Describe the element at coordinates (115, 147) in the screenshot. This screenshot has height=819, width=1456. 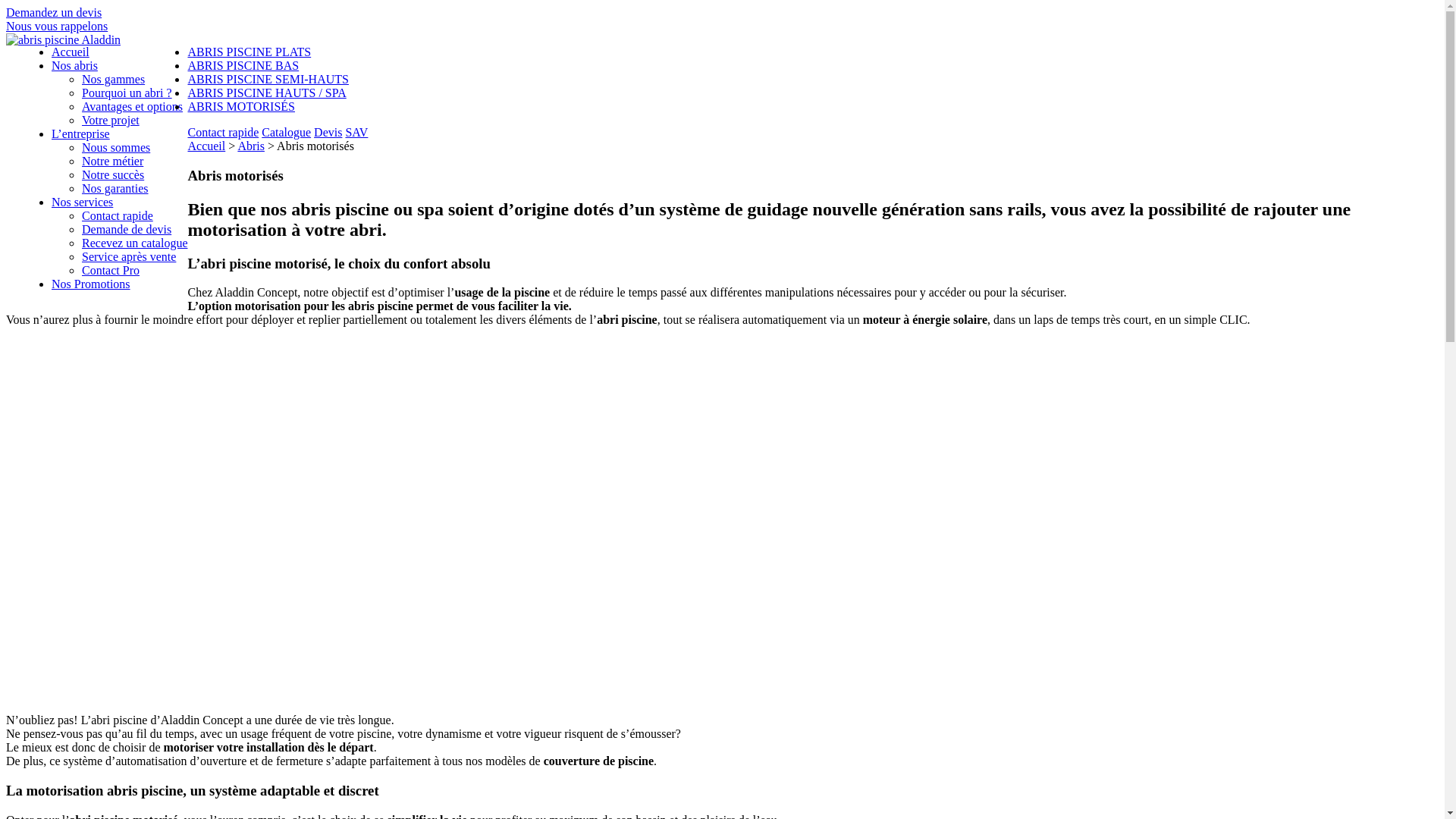
I see `'Nous sommes'` at that location.